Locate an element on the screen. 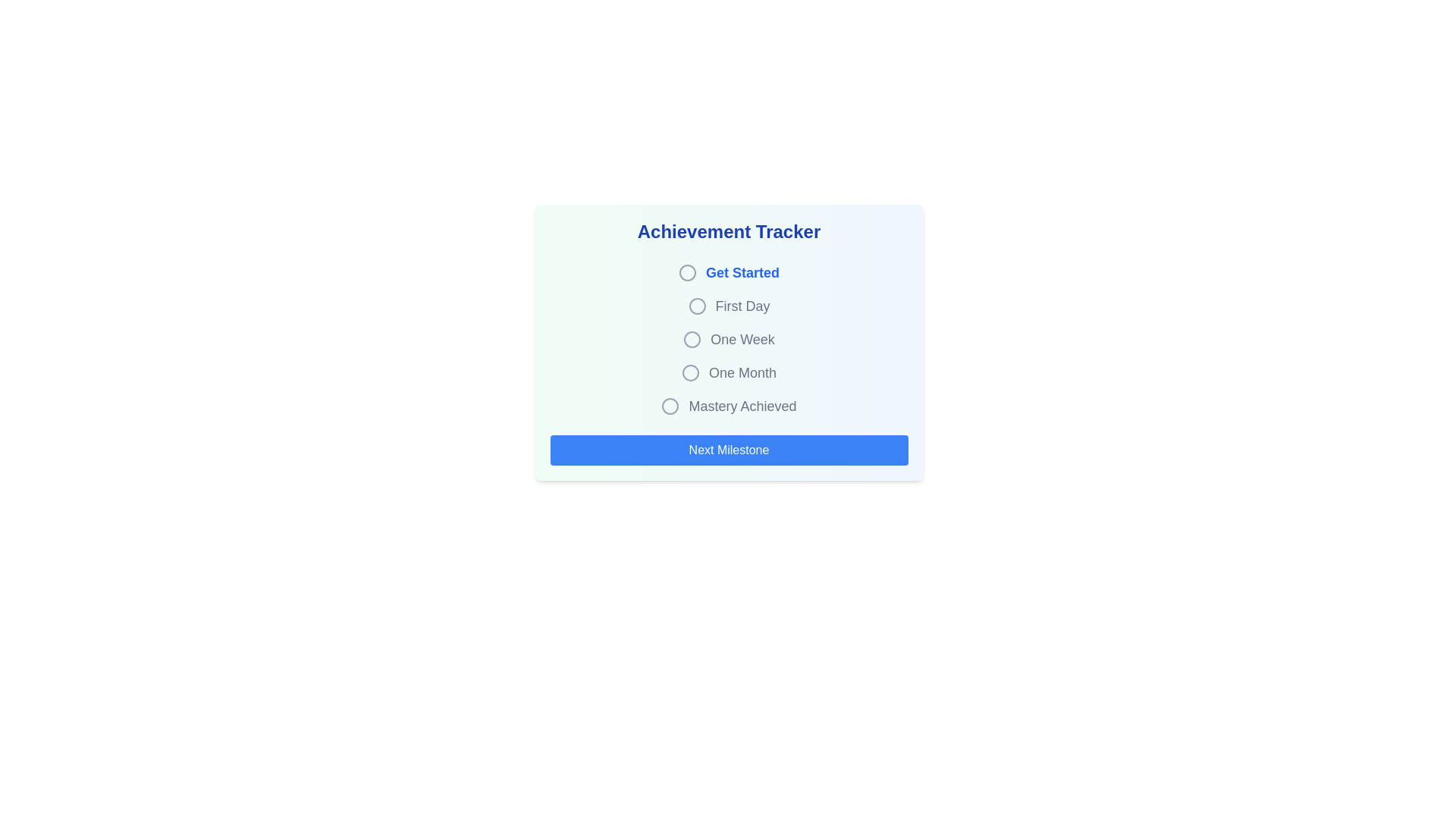 This screenshot has width=1456, height=819. the 'Mastery Achieved' text label in the achievement tracker interface, which is styled in a large gray font and is positioned next to a circular icon is located at coordinates (742, 406).